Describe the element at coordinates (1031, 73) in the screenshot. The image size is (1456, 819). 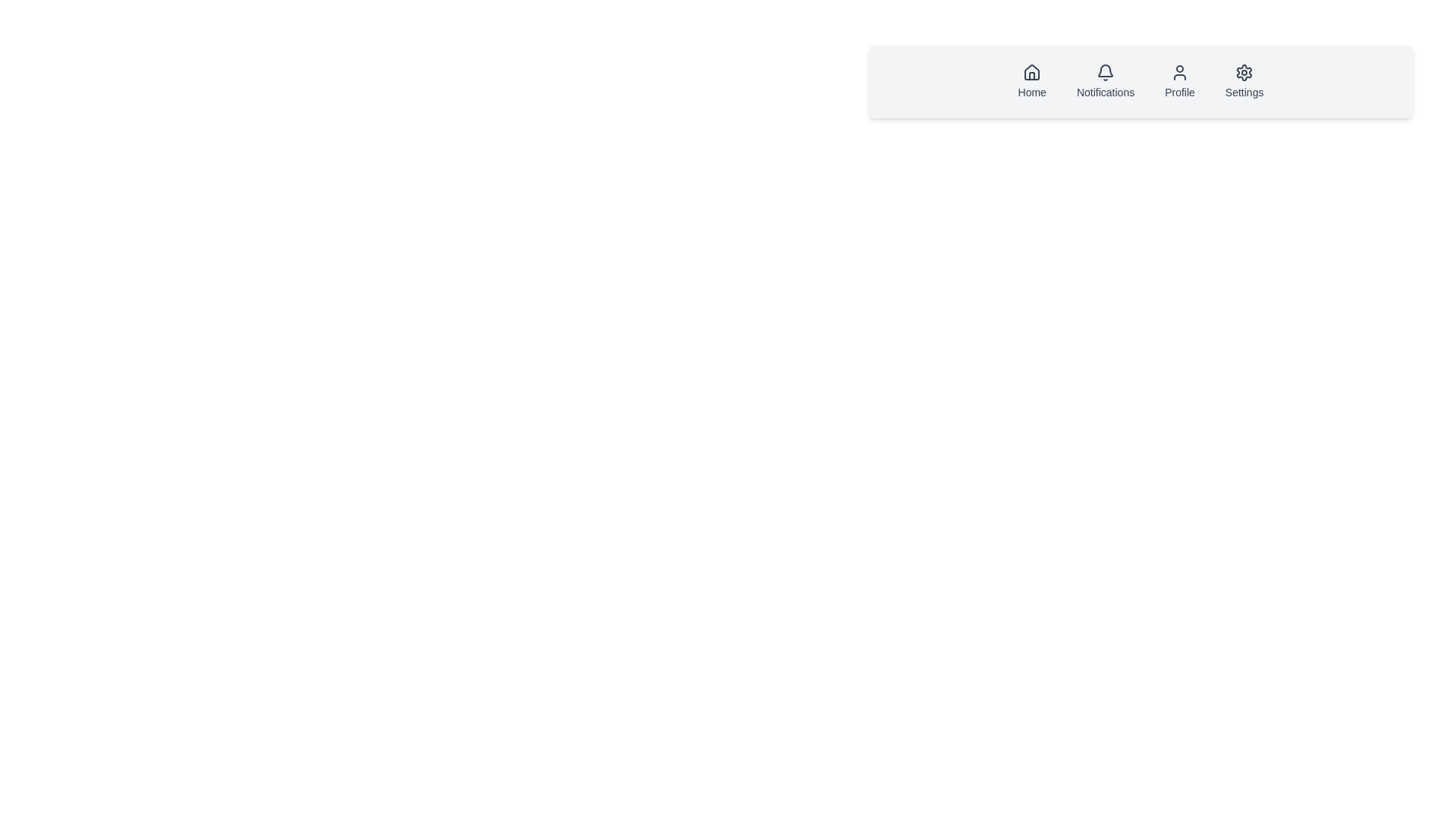
I see `the house-shaped icon in the navigation menu` at that location.